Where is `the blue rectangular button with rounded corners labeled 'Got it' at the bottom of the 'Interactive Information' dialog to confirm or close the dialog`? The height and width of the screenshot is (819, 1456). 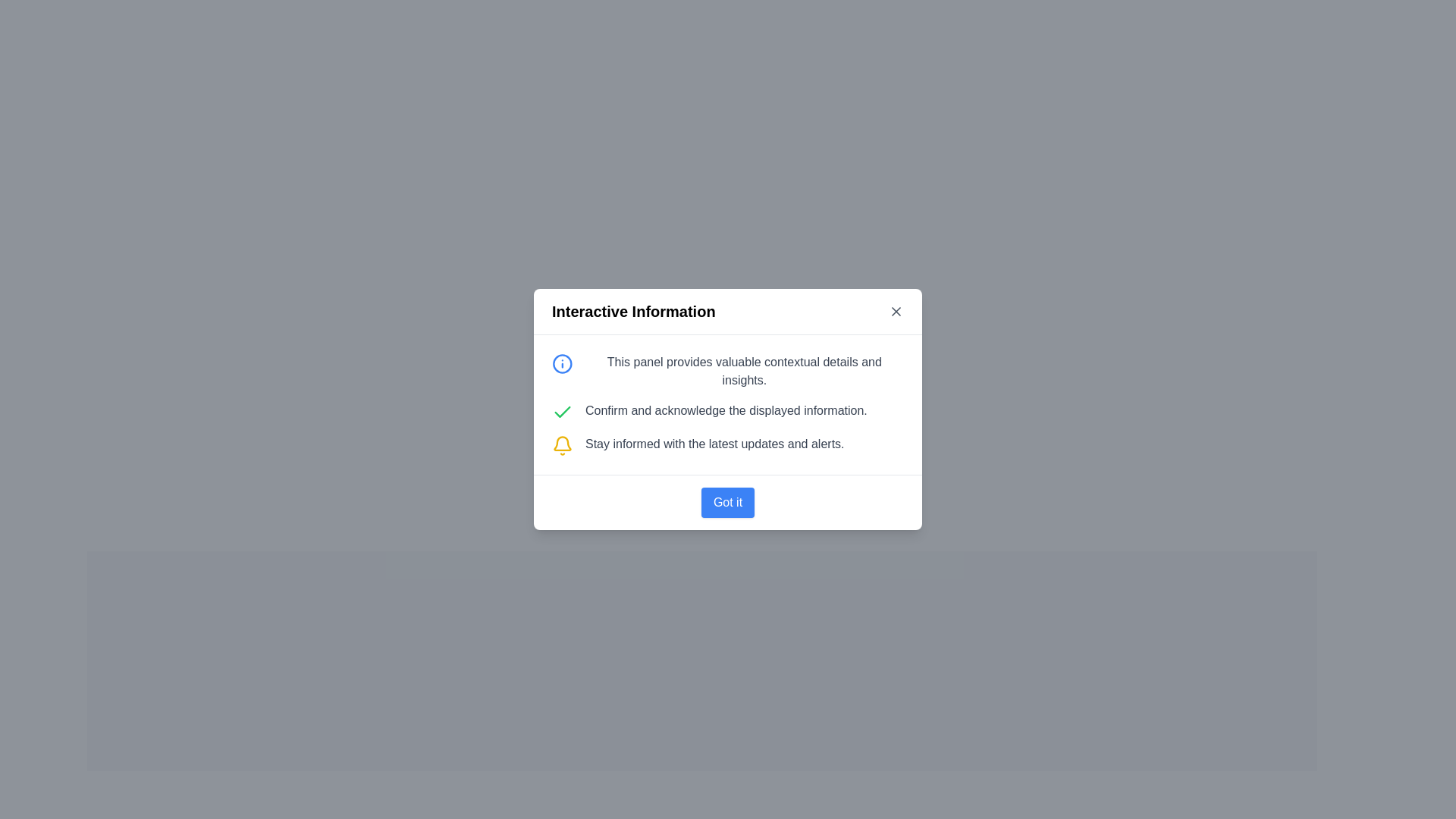
the blue rectangular button with rounded corners labeled 'Got it' at the bottom of the 'Interactive Information' dialog to confirm or close the dialog is located at coordinates (728, 502).